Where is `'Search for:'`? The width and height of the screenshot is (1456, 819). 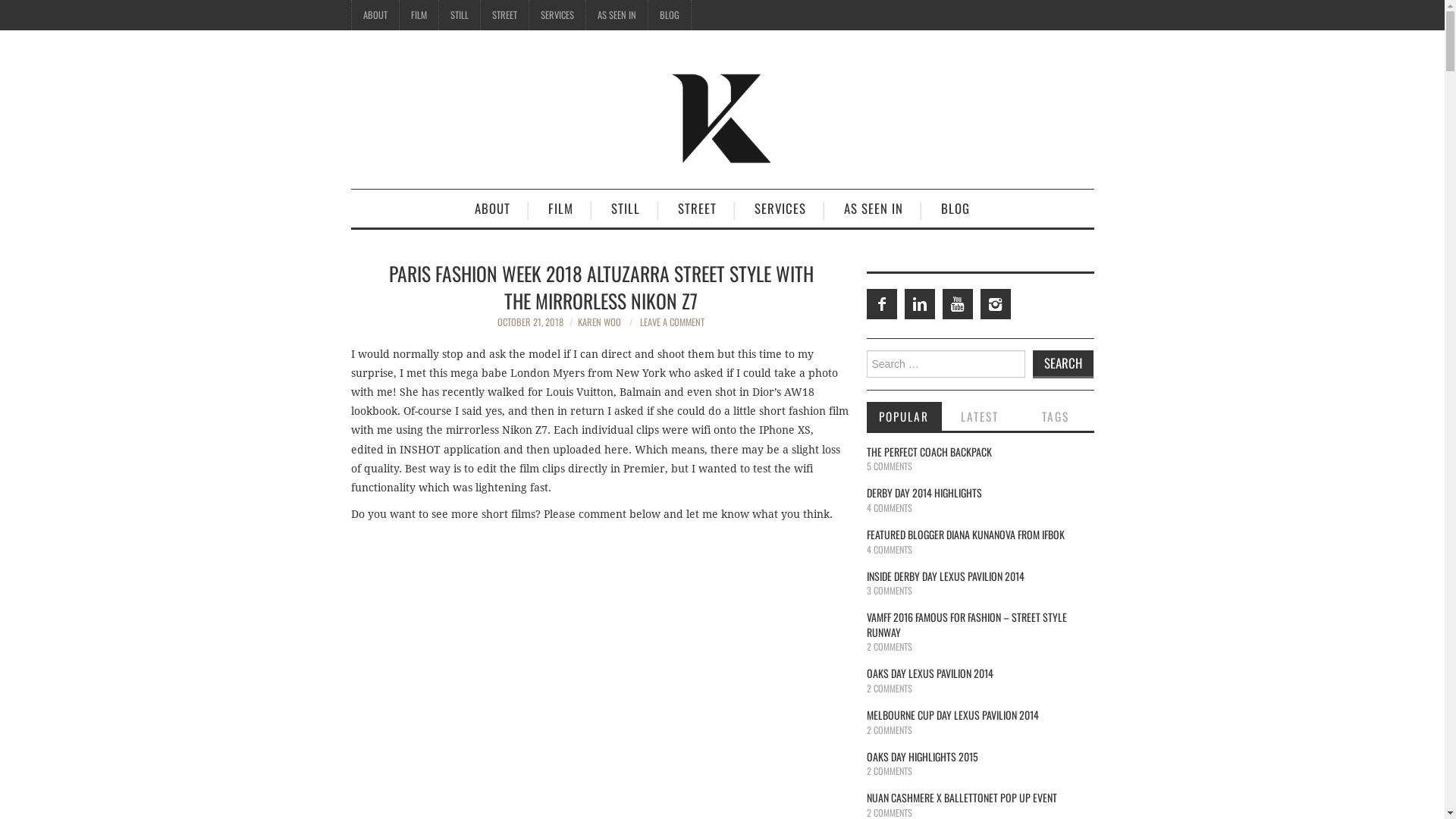
'Search for:' is located at coordinates (944, 363).